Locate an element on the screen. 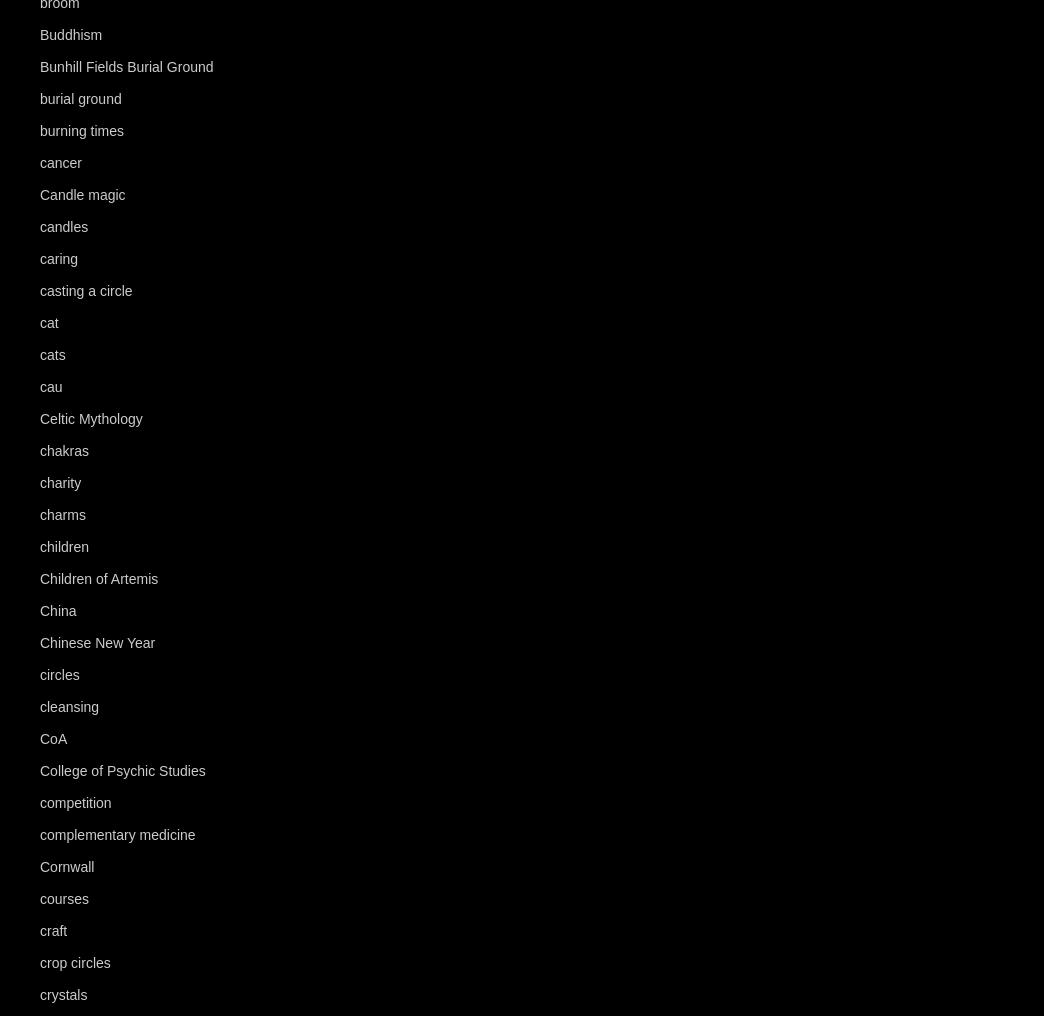 The width and height of the screenshot is (1044, 1016). 'Cornwall' is located at coordinates (67, 866).